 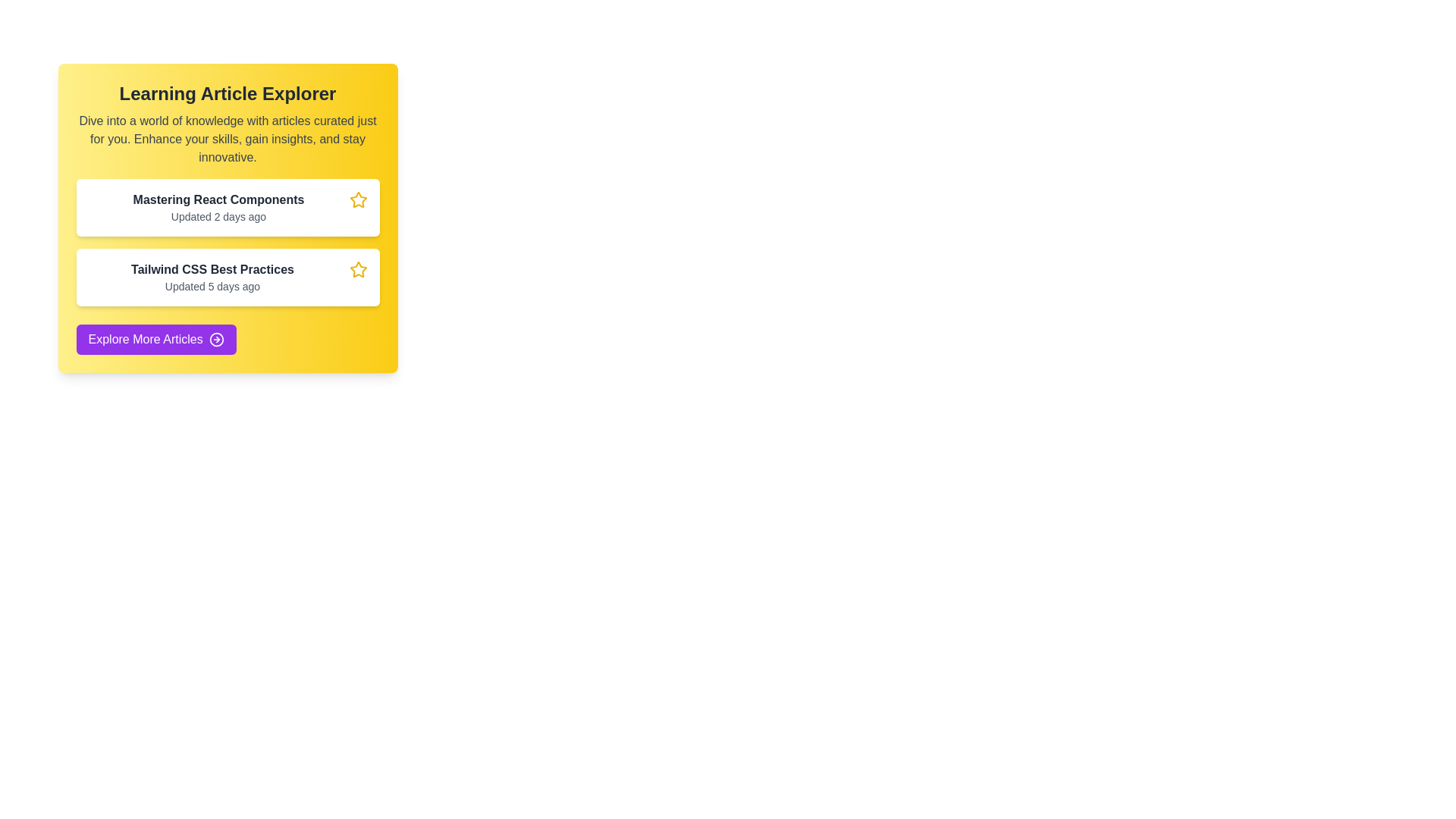 What do you see at coordinates (357, 268) in the screenshot?
I see `the Star Icon, which serves as a visual marker for rating or favoritism` at bounding box center [357, 268].